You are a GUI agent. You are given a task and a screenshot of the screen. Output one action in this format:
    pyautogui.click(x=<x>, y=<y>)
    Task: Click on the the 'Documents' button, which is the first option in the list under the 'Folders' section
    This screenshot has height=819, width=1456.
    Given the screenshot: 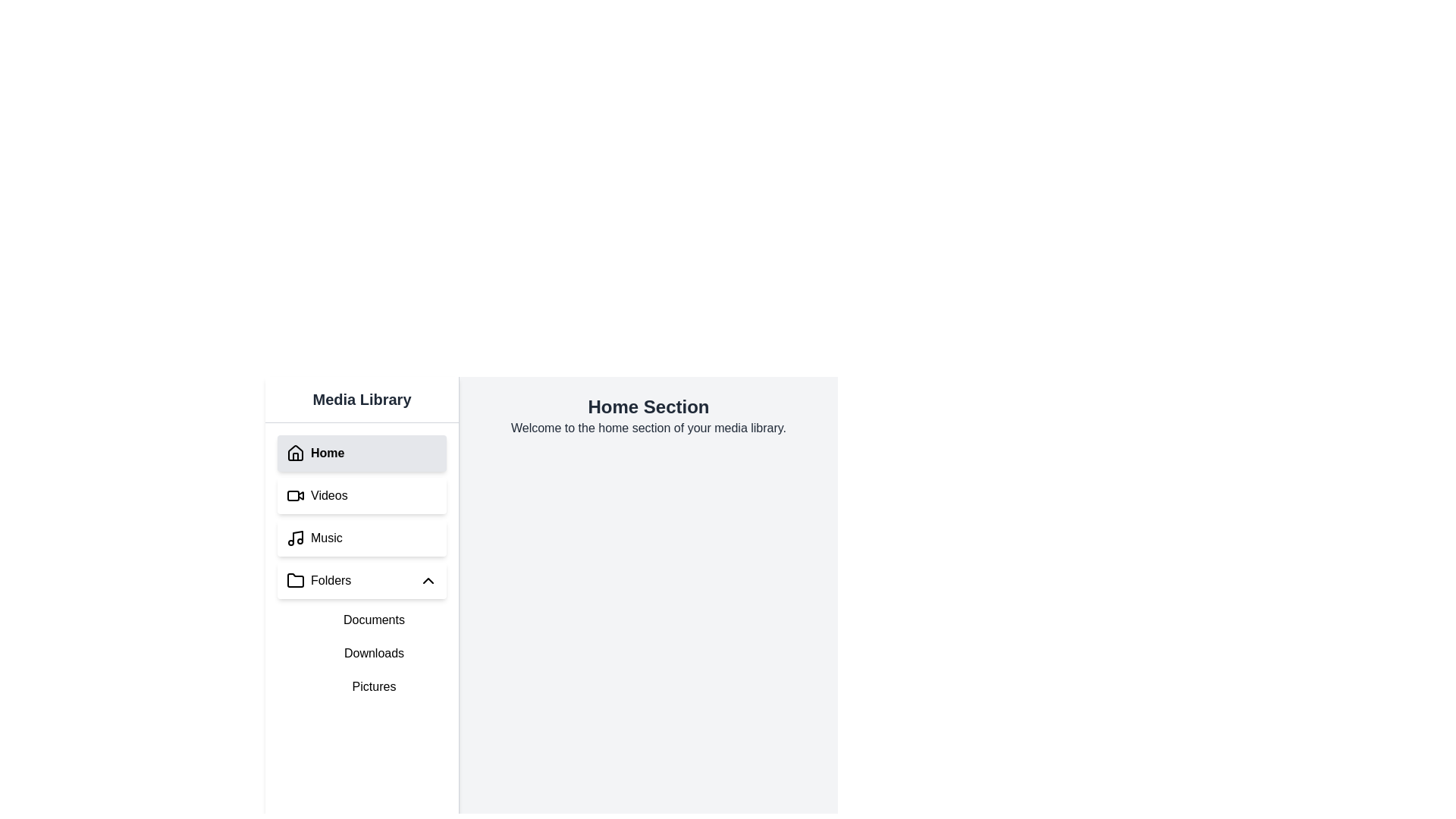 What is the action you would take?
    pyautogui.click(x=374, y=620)
    